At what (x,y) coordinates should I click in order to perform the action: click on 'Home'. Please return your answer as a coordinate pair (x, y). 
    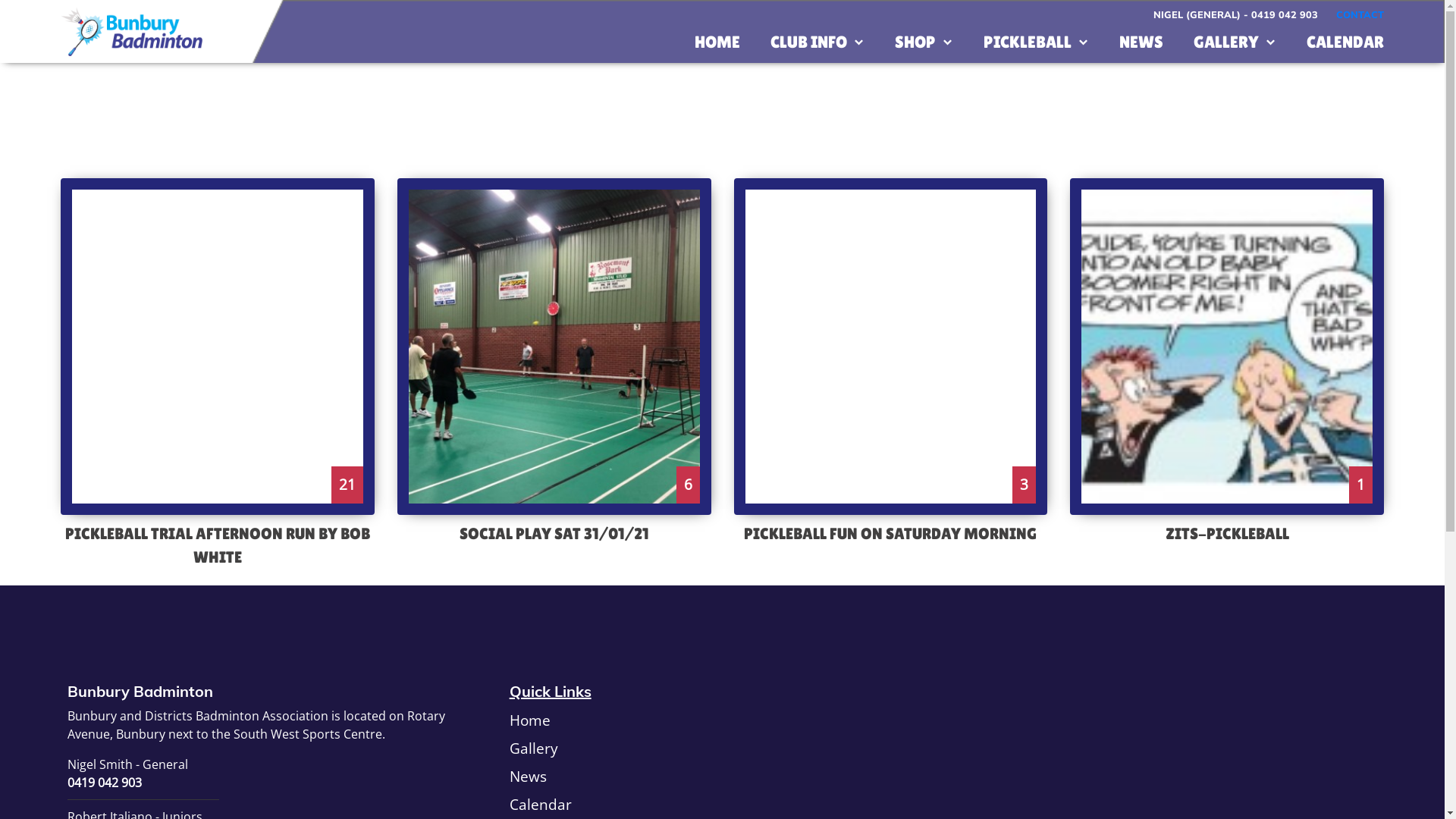
    Looking at the image, I should click on (530, 720).